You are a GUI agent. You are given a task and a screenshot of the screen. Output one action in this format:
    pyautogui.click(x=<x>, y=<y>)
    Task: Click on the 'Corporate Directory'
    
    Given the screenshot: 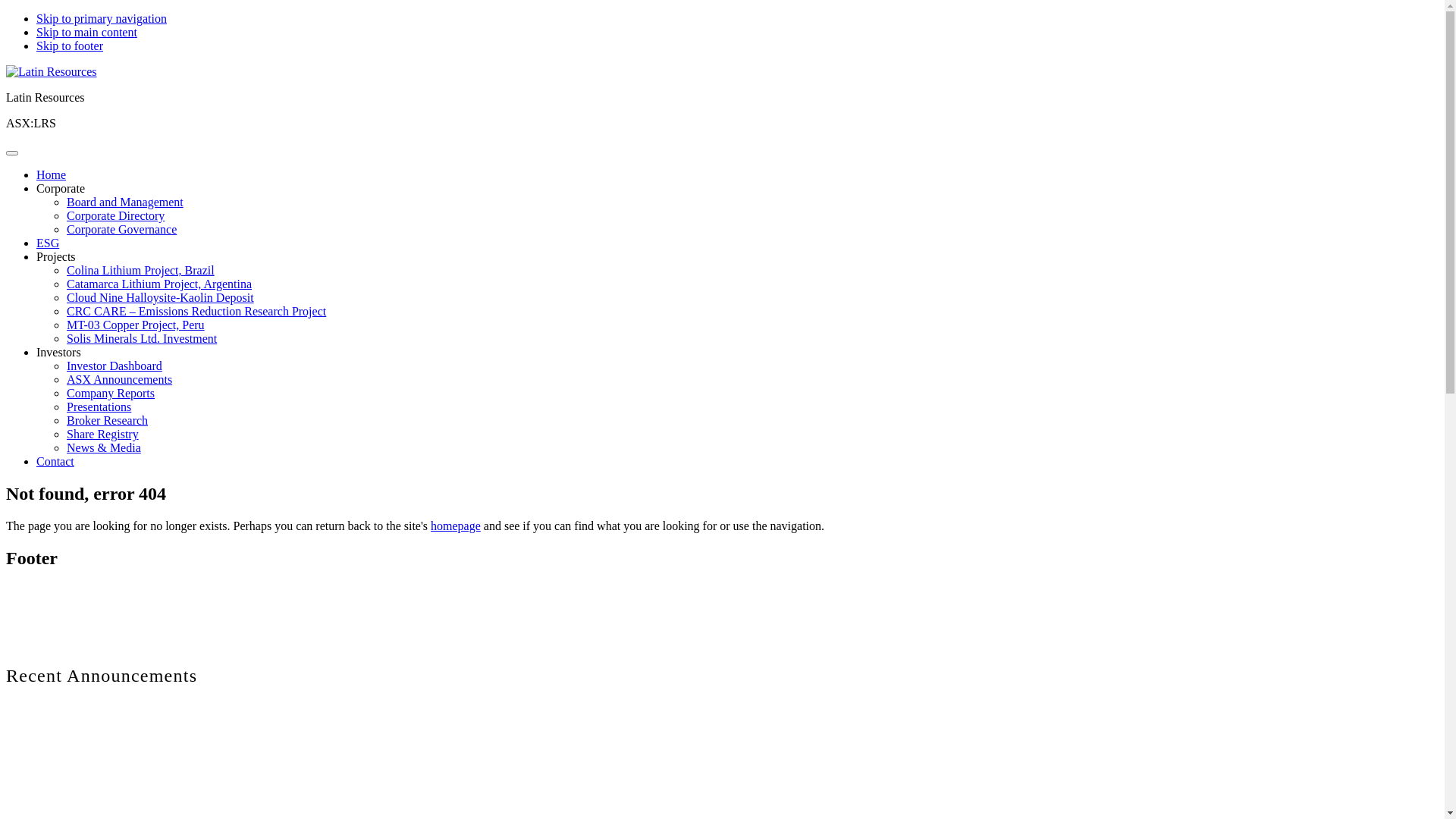 What is the action you would take?
    pyautogui.click(x=115, y=215)
    